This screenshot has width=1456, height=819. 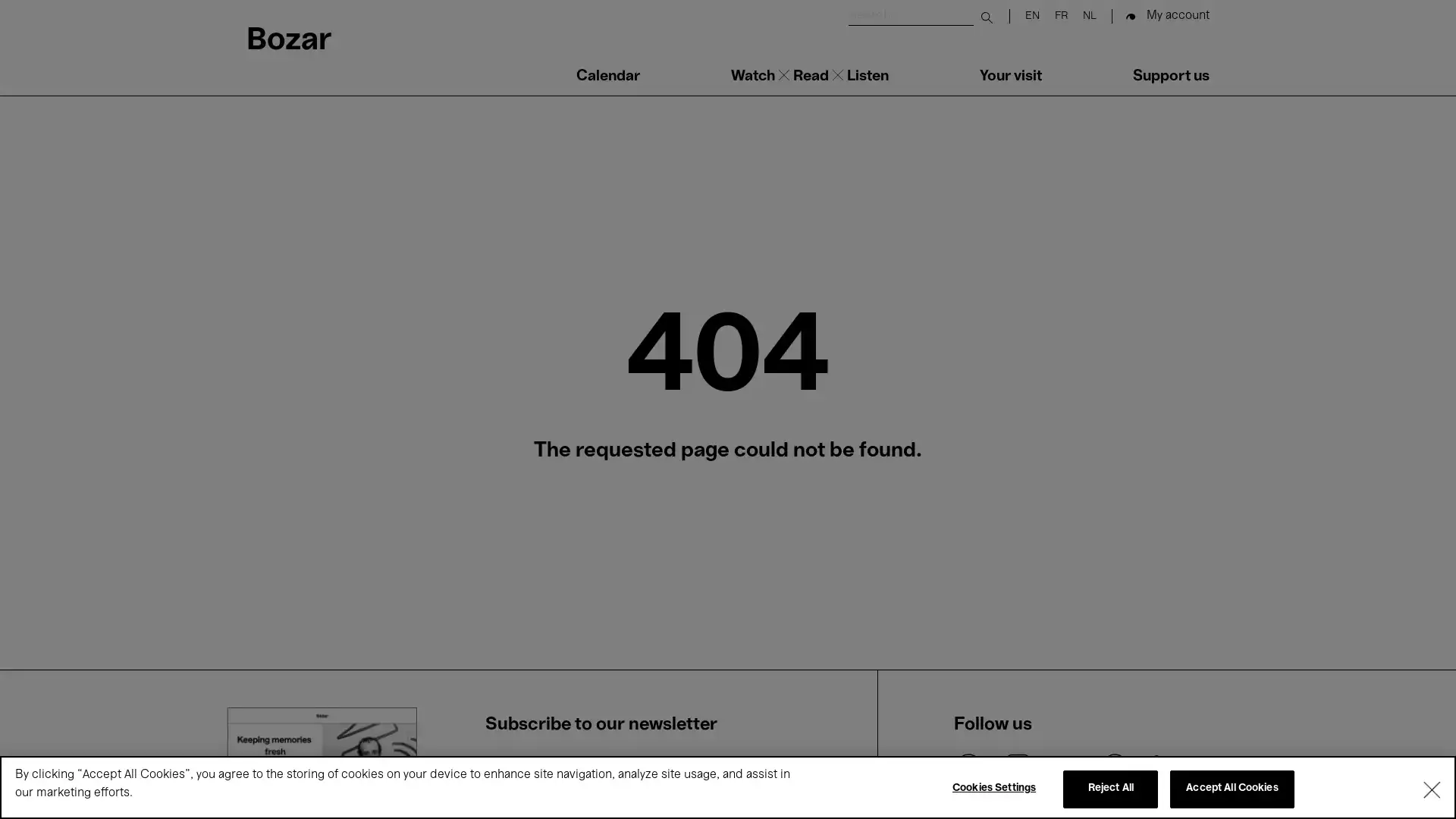 I want to click on Cookies Settings, so click(x=993, y=788).